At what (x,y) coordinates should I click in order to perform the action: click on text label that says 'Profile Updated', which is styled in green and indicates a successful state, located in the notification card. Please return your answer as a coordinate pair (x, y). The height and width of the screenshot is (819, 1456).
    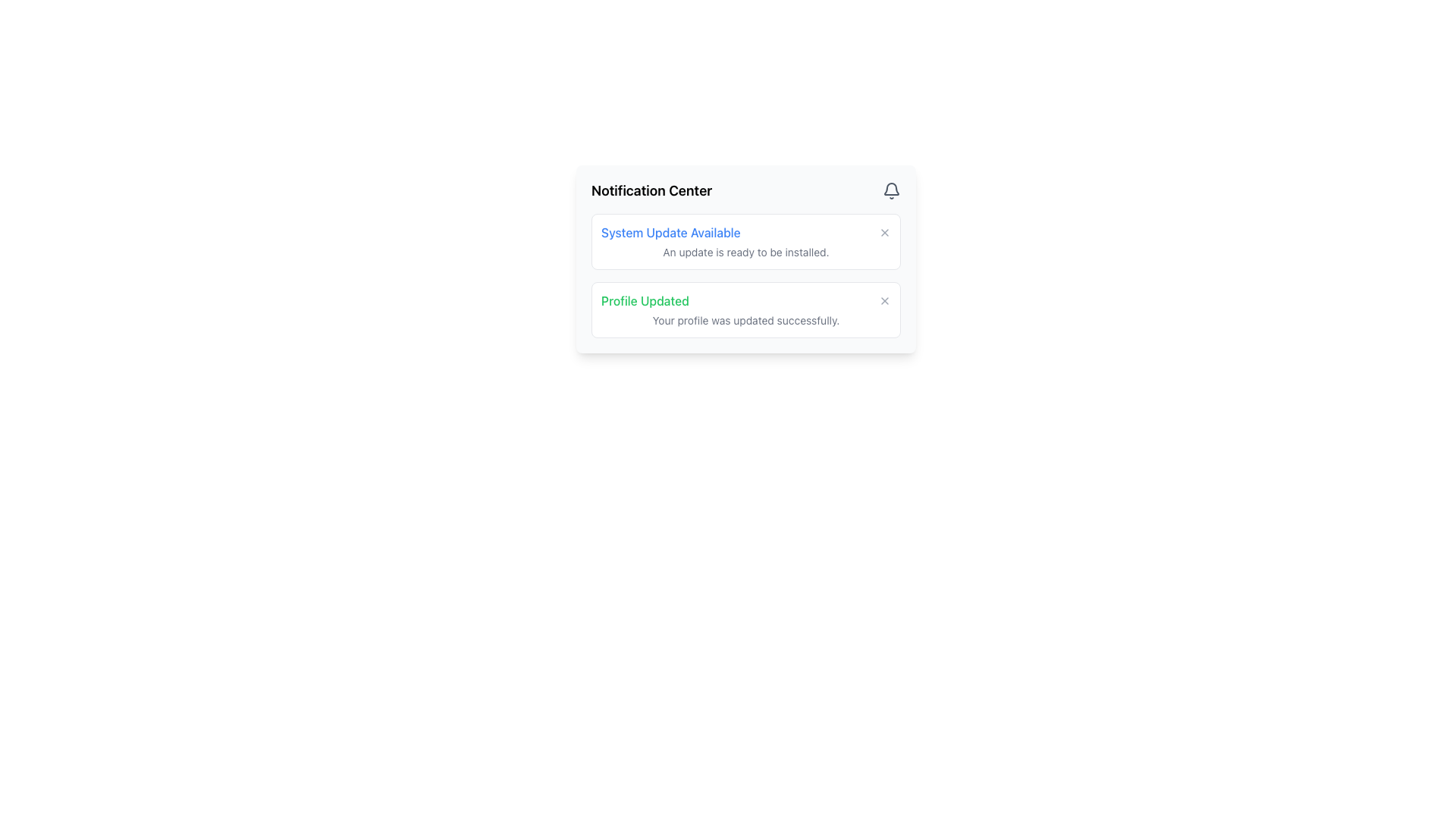
    Looking at the image, I should click on (645, 301).